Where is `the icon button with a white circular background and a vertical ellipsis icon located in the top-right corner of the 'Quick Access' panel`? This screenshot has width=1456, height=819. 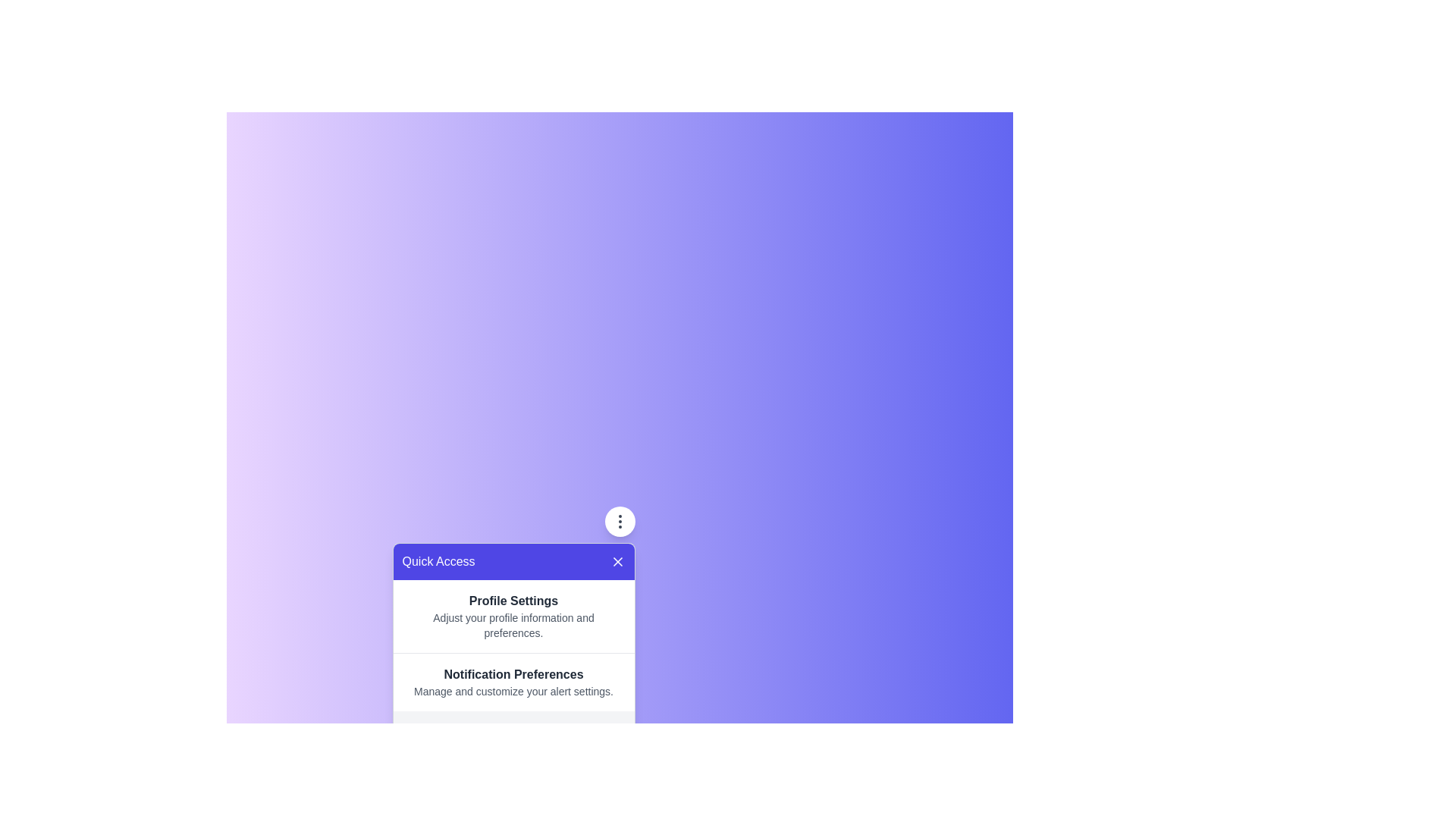 the icon button with a white circular background and a vertical ellipsis icon located in the top-right corner of the 'Quick Access' panel is located at coordinates (620, 520).